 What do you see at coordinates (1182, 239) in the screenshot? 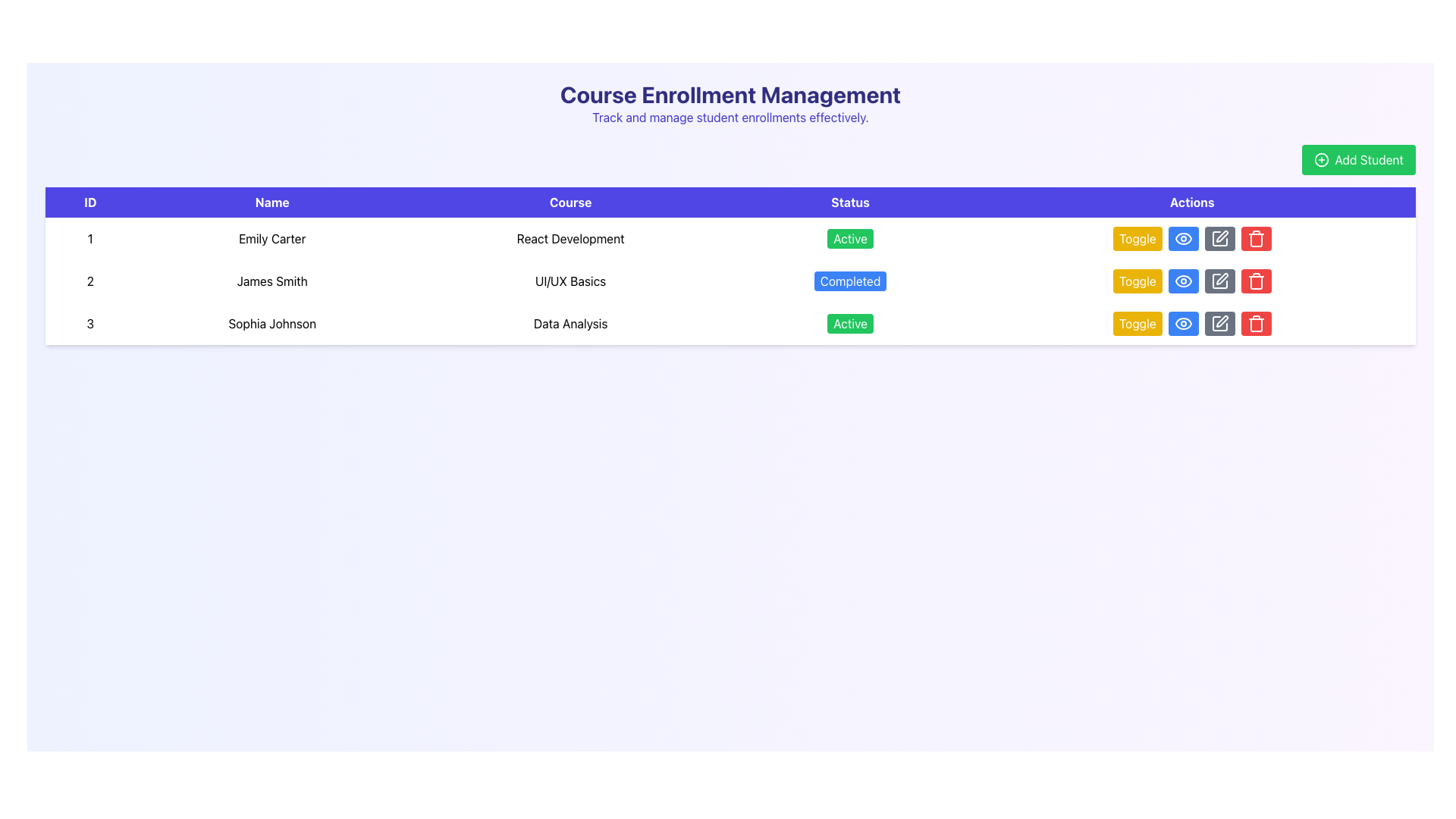
I see `the blue eye icon button located in the 'Actions' column of the 'James Smith' row` at bounding box center [1182, 239].